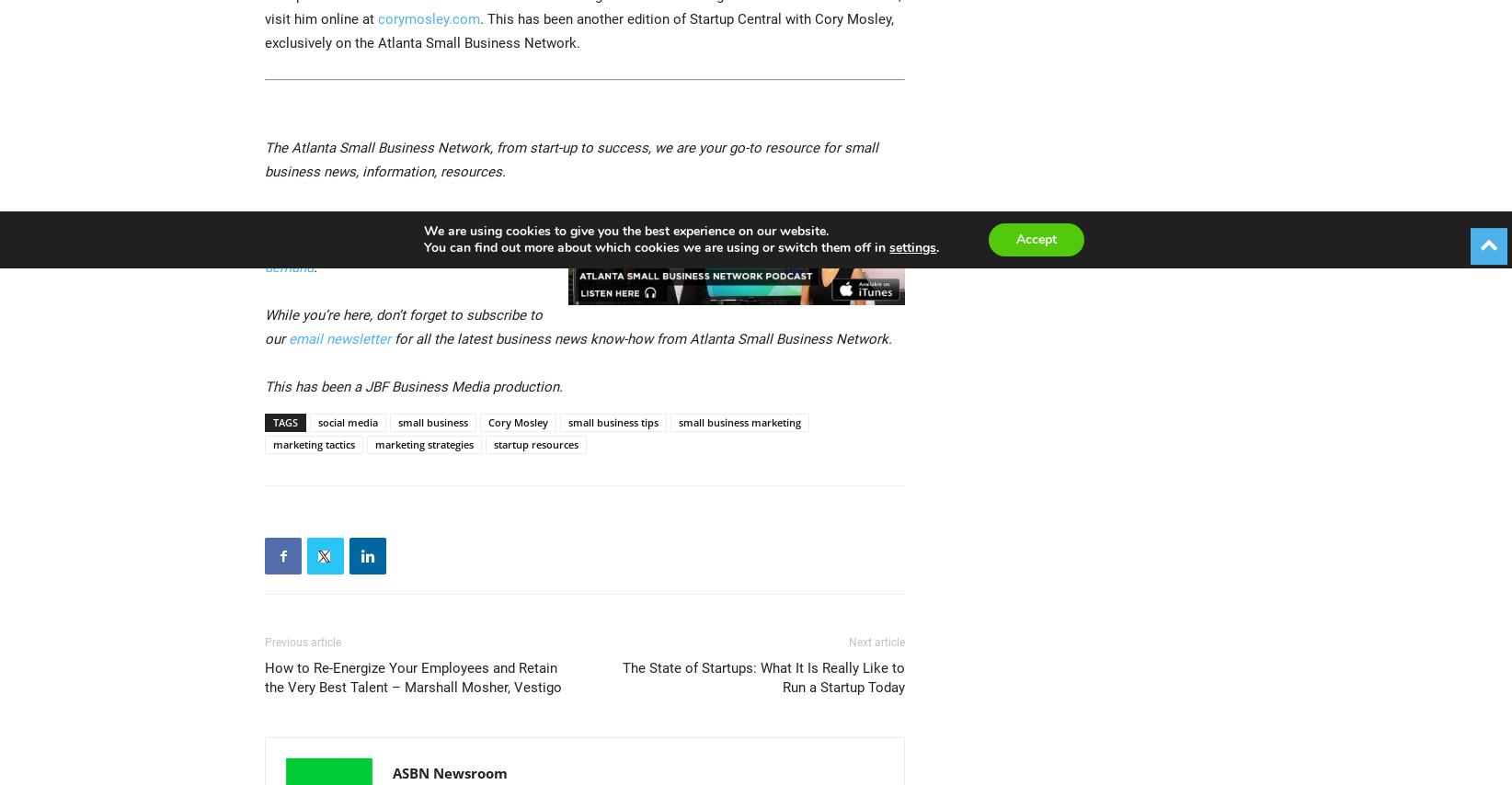 This screenshot has height=785, width=1512. I want to click on 'Accept', so click(1035, 238).